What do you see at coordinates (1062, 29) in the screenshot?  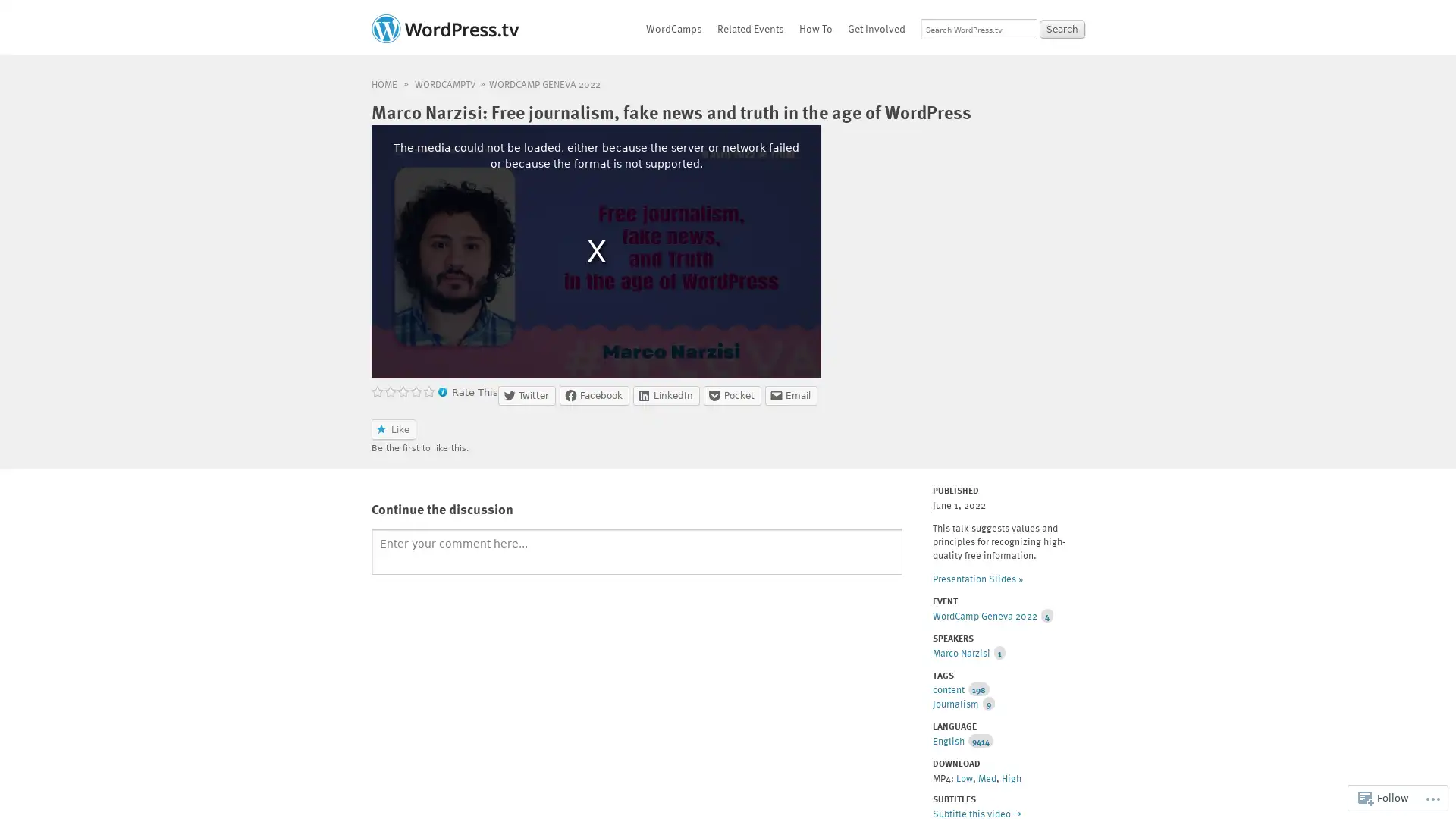 I see `Search` at bounding box center [1062, 29].